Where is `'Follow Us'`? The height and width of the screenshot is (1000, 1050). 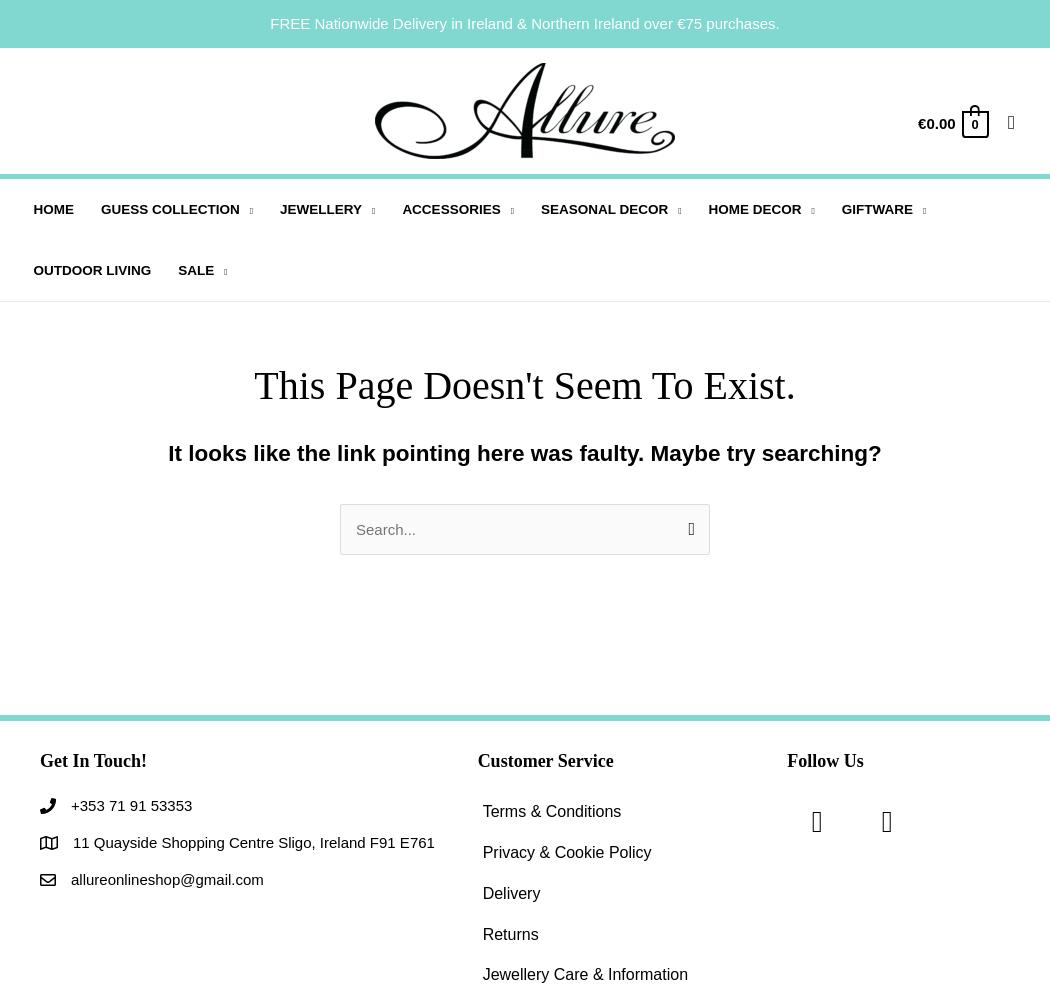 'Follow Us' is located at coordinates (823, 760).